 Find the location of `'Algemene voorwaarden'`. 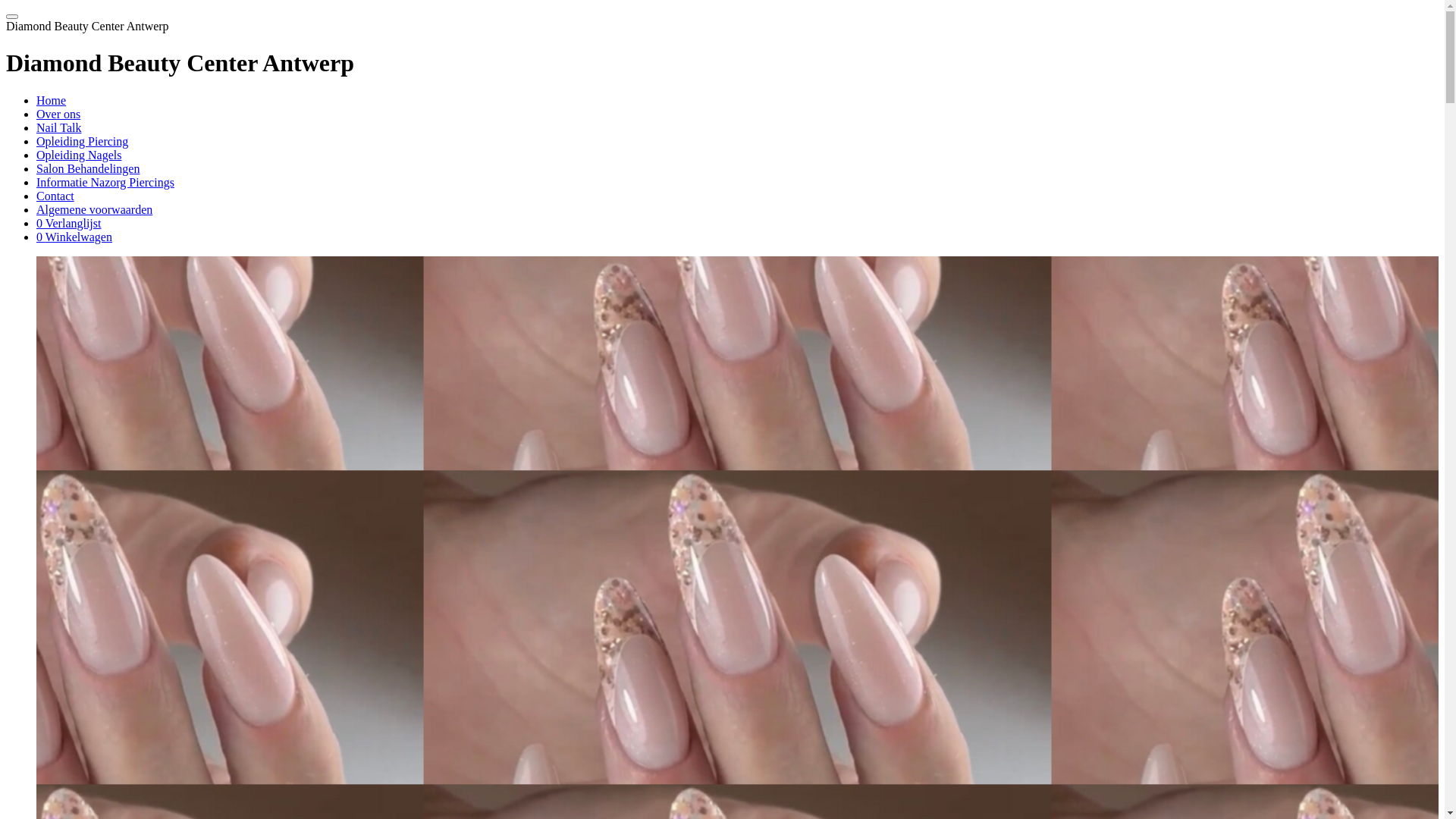

'Algemene voorwaarden' is located at coordinates (36, 209).